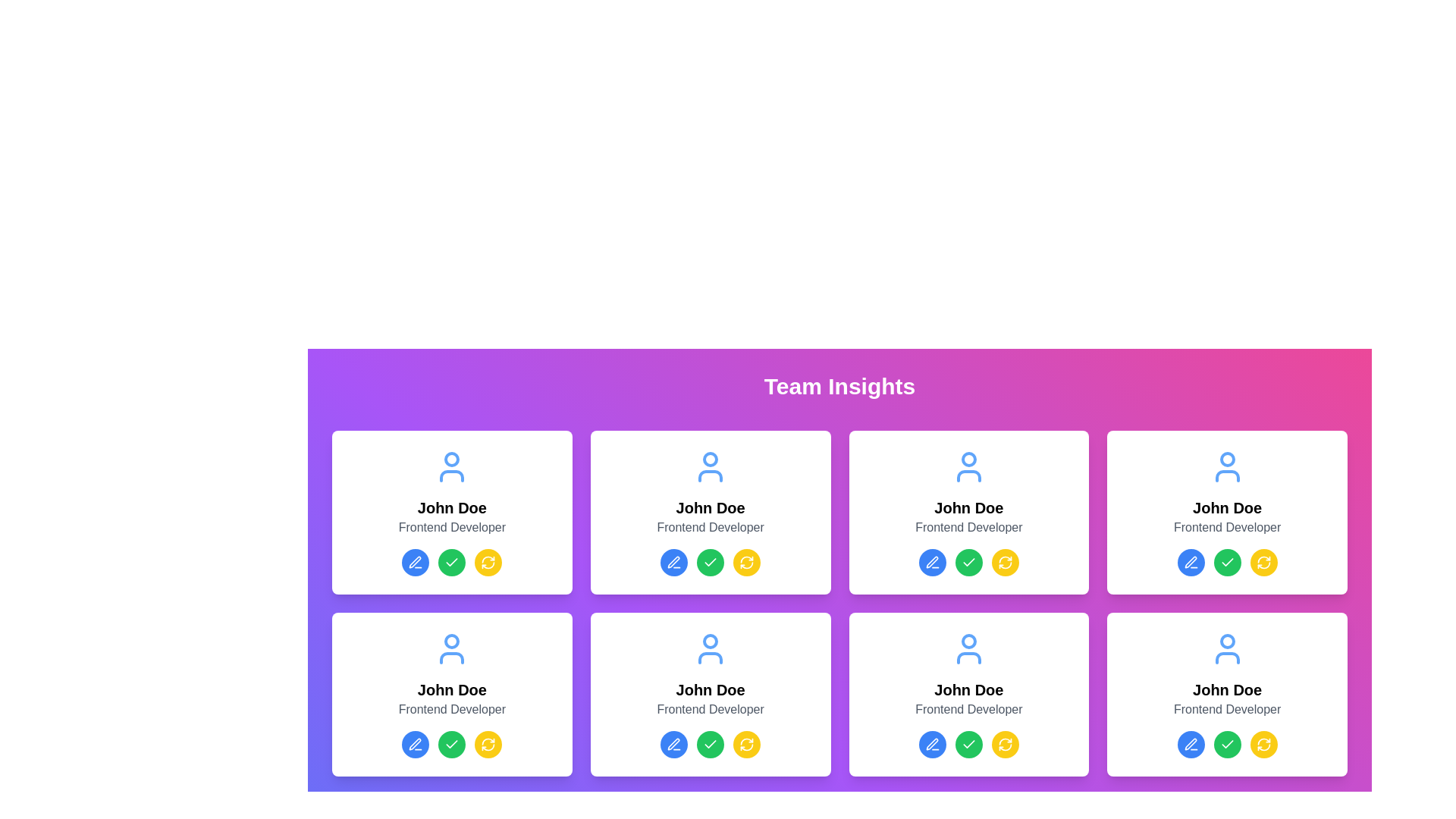  What do you see at coordinates (710, 744) in the screenshot?
I see `the middle button located at the bottom of the card in the second column of a grid layout` at bounding box center [710, 744].